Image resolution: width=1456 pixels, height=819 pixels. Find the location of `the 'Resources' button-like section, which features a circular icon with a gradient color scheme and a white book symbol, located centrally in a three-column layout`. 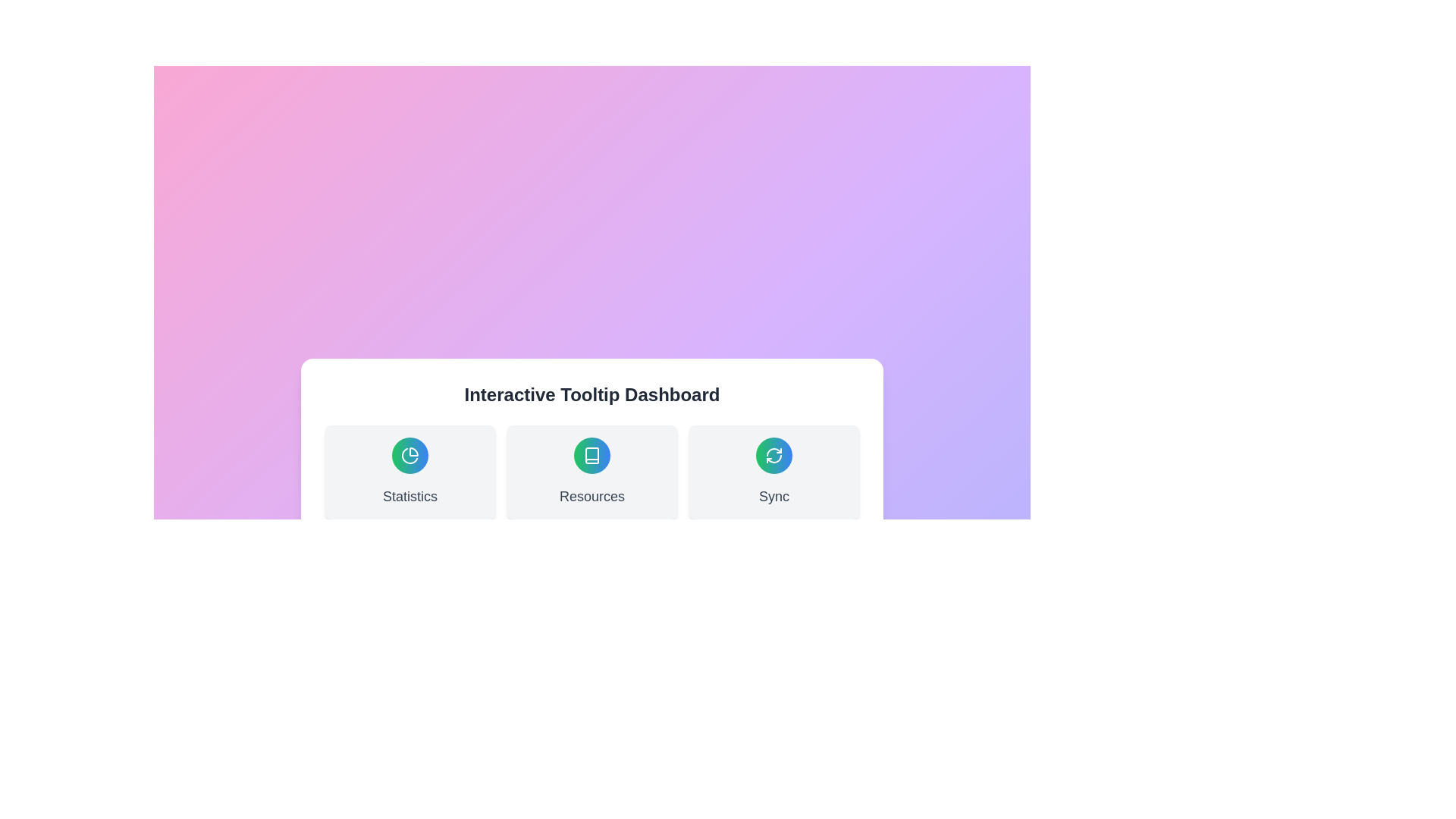

the 'Resources' button-like section, which features a circular icon with a gradient color scheme and a white book symbol, located centrally in a three-column layout is located at coordinates (591, 472).